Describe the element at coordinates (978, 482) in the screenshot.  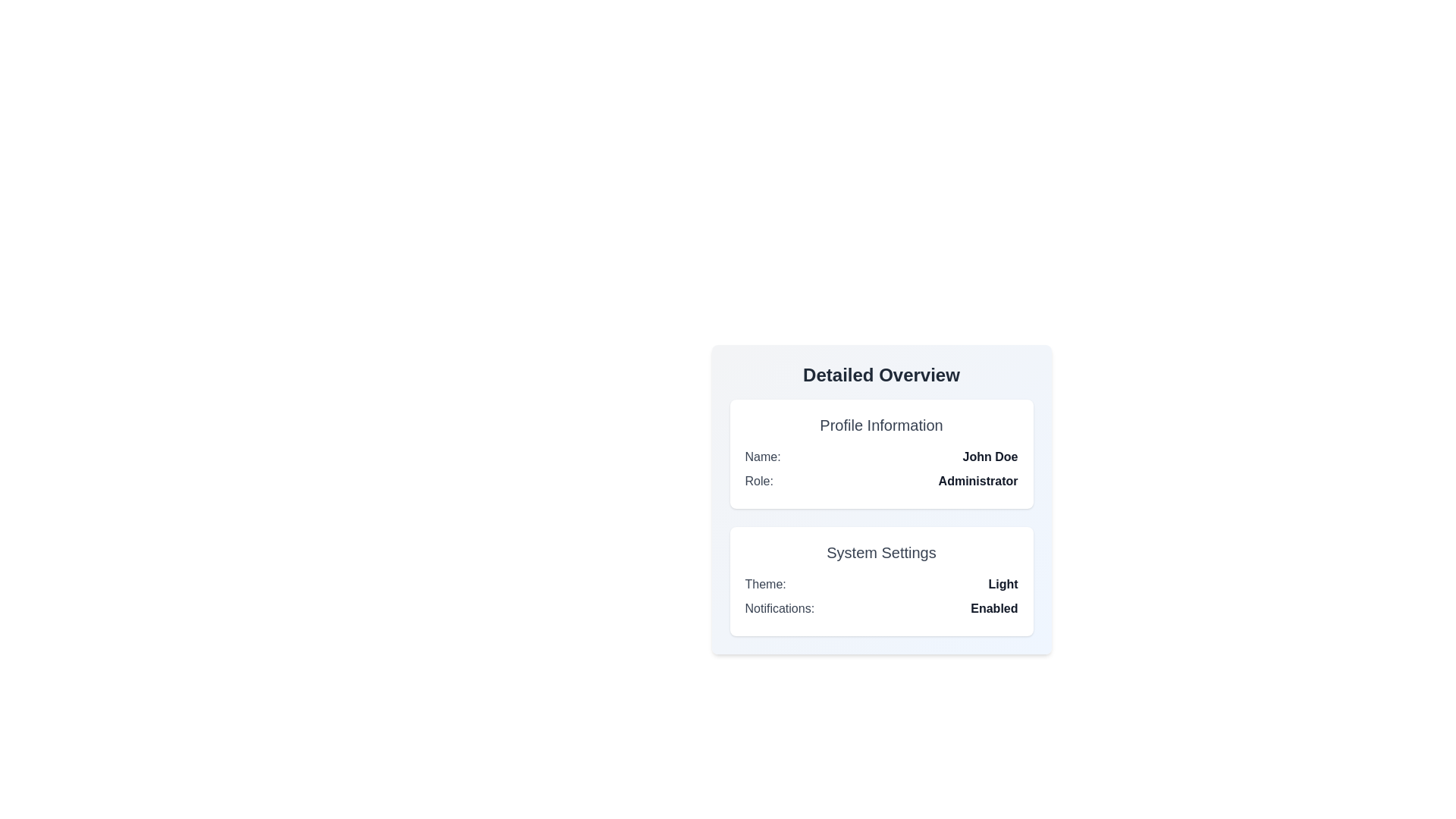
I see `the 'Administrator' text label, which is in bold dark gray font and located in the 'Role:' section` at that location.